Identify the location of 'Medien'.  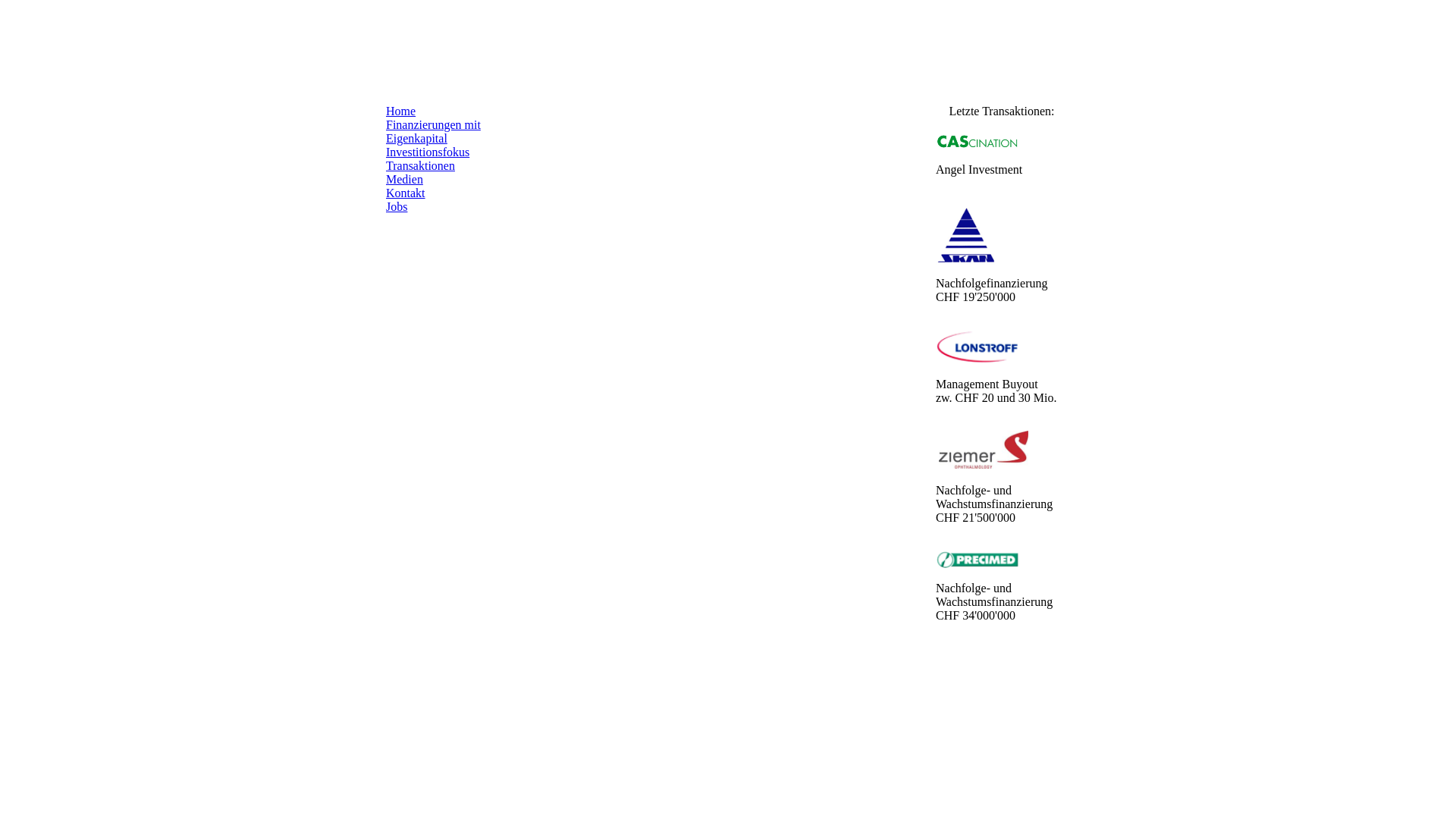
(404, 178).